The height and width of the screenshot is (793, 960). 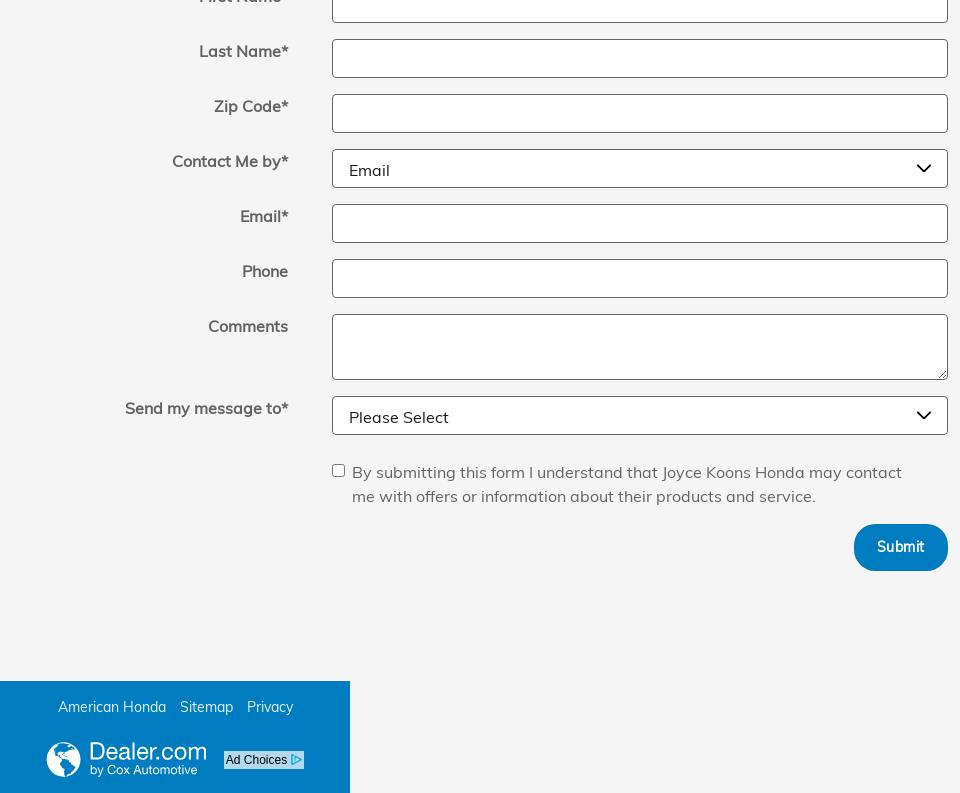 What do you see at coordinates (246, 324) in the screenshot?
I see `'Comments'` at bounding box center [246, 324].